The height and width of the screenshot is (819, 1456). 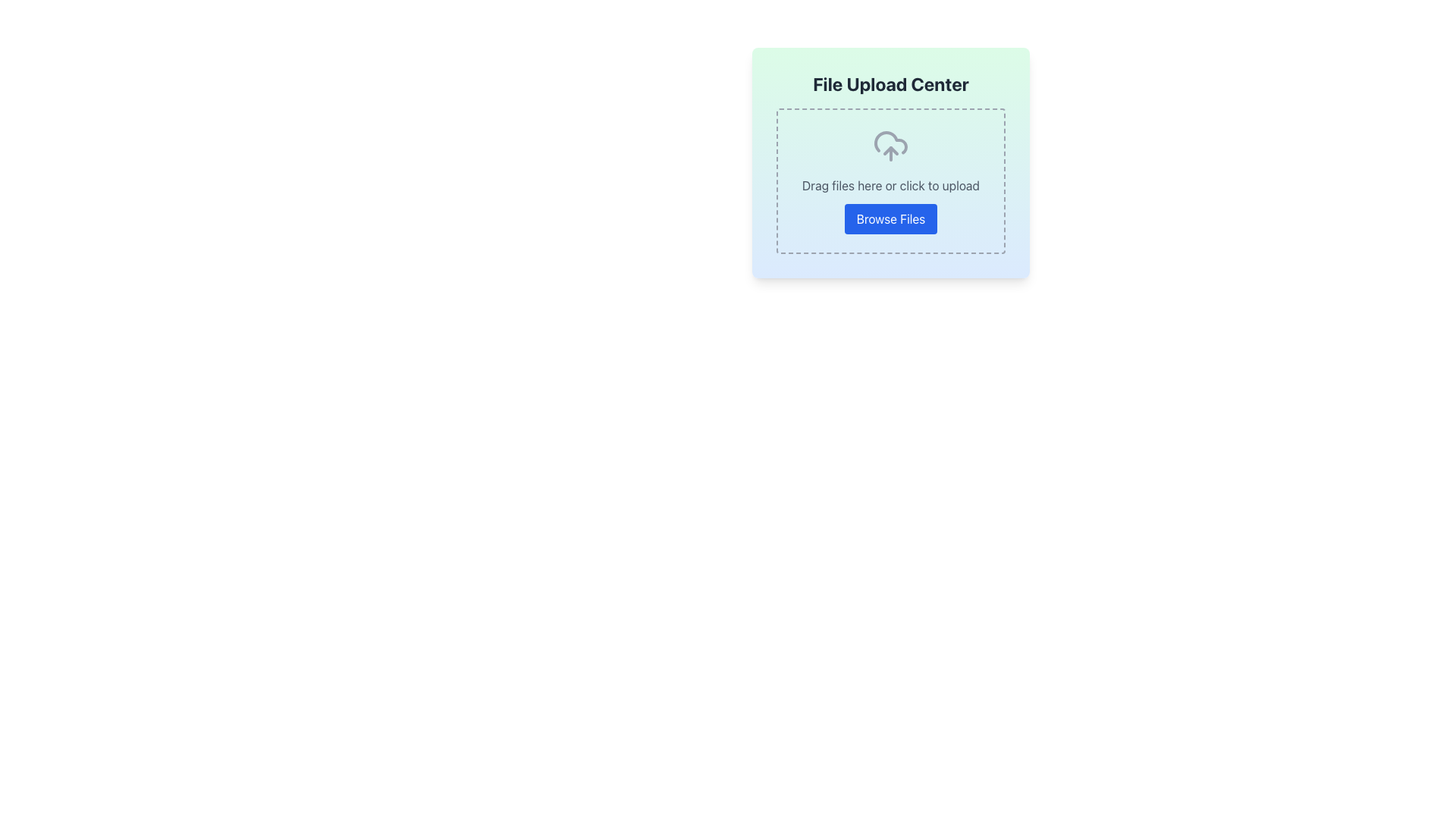 I want to click on text message 'Drag files here or click to upload' displayed in gray color within the bordered box with a dashed gray outline, so click(x=891, y=185).